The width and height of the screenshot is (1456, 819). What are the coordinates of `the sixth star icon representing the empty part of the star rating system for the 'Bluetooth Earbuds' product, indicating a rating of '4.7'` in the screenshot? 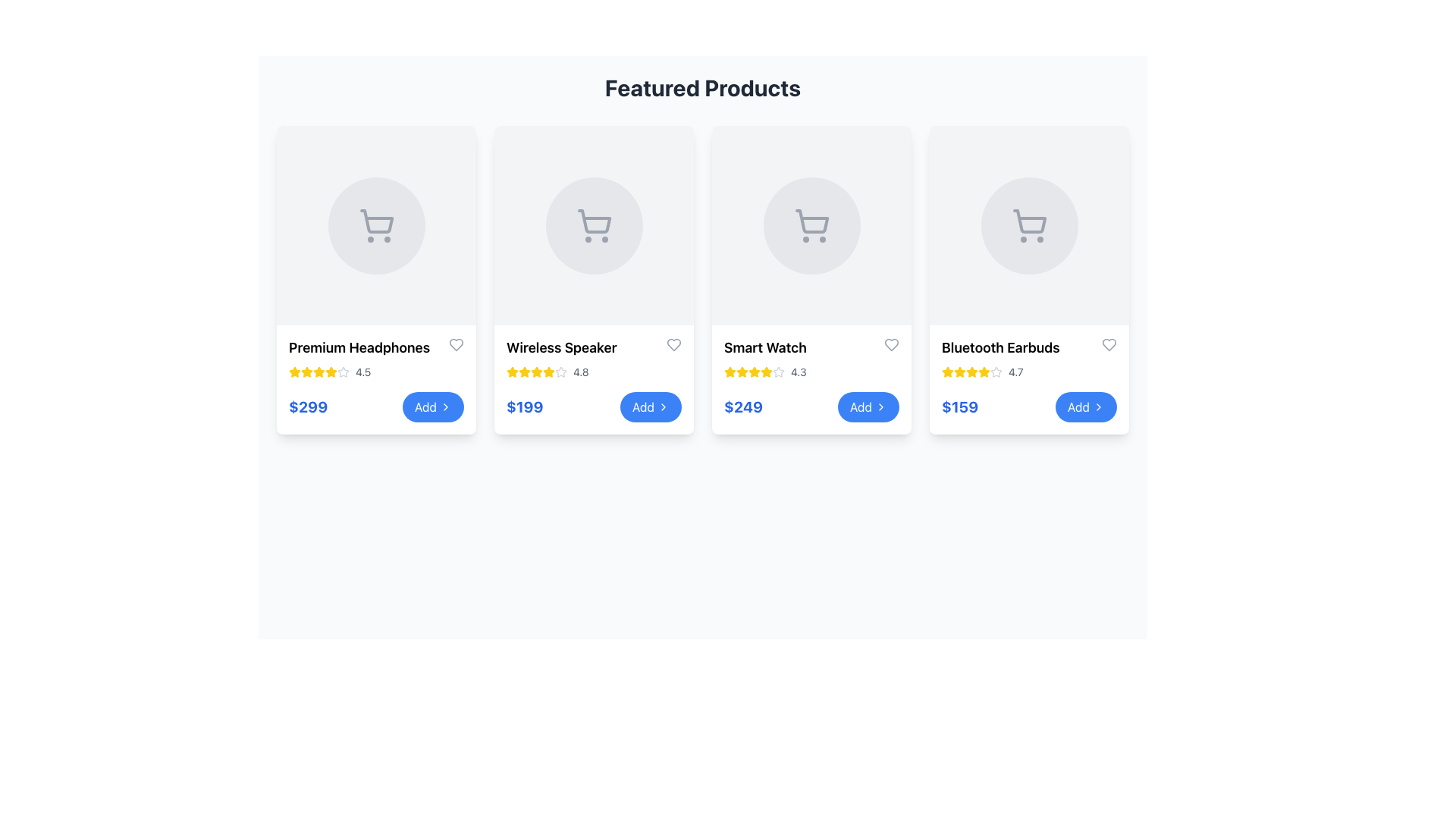 It's located at (996, 372).